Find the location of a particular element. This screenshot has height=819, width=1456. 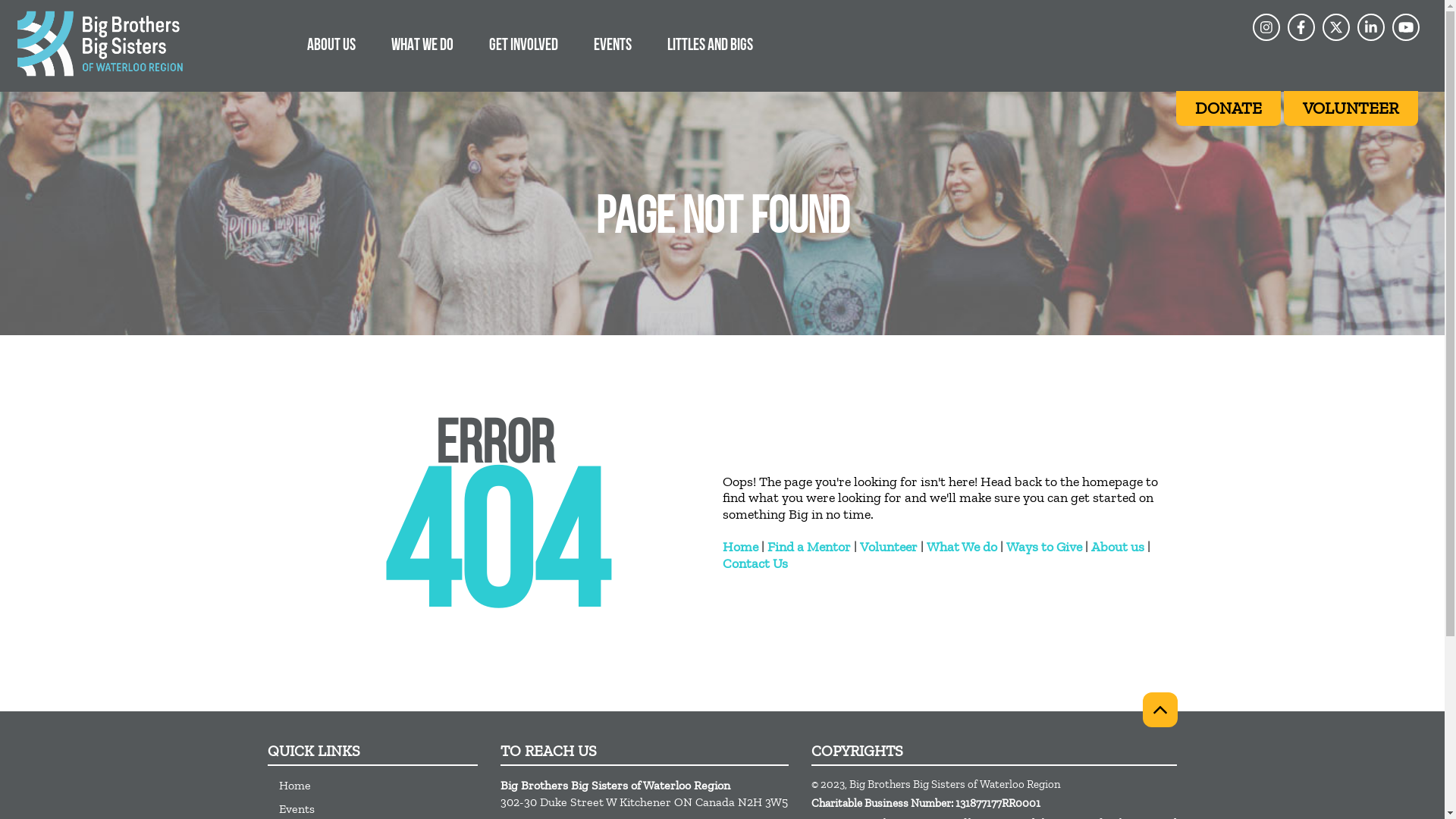

'Ways to Give' is located at coordinates (1005, 547).